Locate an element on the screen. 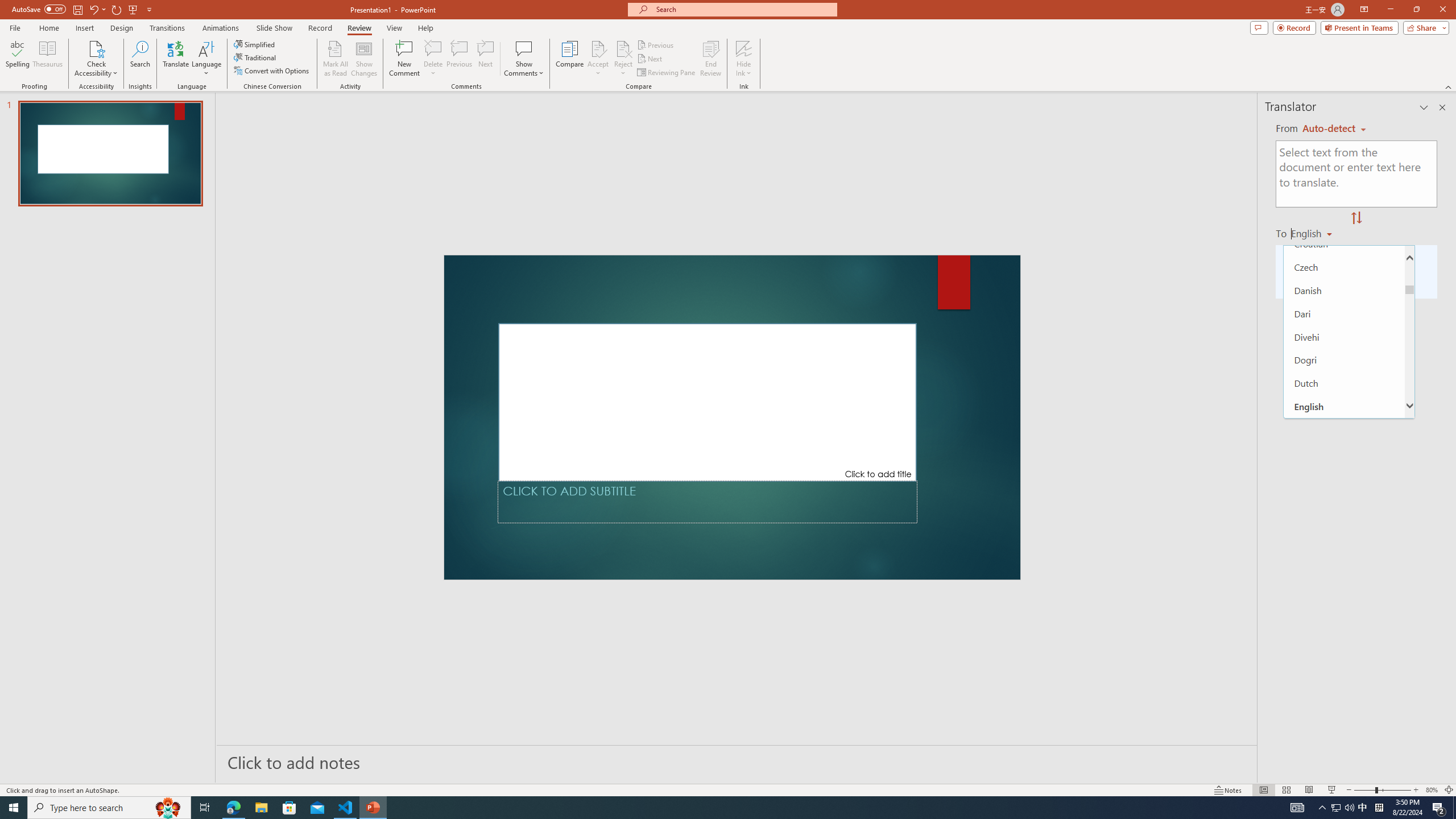 This screenshot has width=1456, height=819. 'Mark All as Read' is located at coordinates (336, 59).